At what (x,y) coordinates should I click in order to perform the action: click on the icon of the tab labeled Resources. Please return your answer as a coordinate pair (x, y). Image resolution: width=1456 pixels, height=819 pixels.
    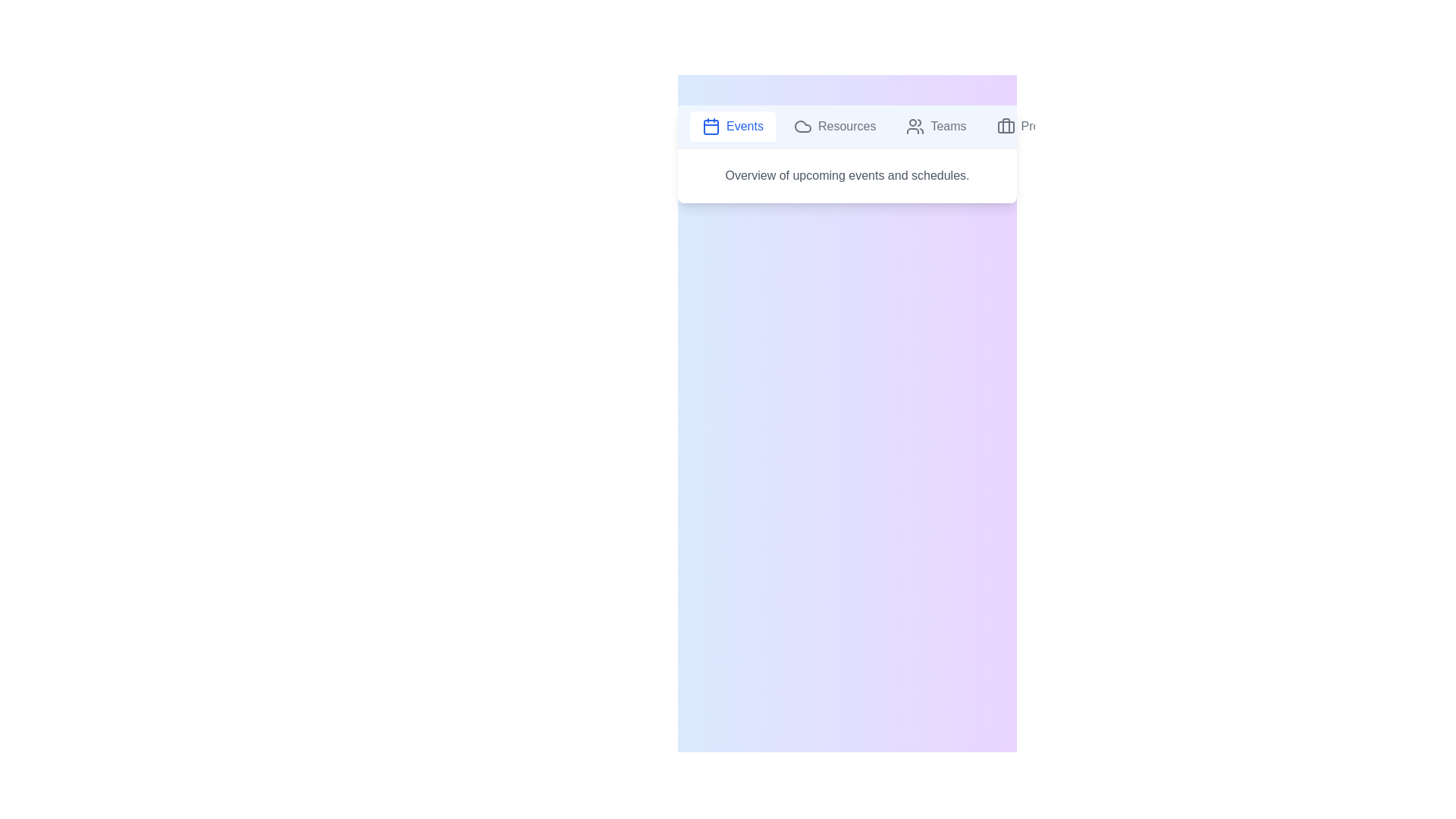
    Looking at the image, I should click on (801, 125).